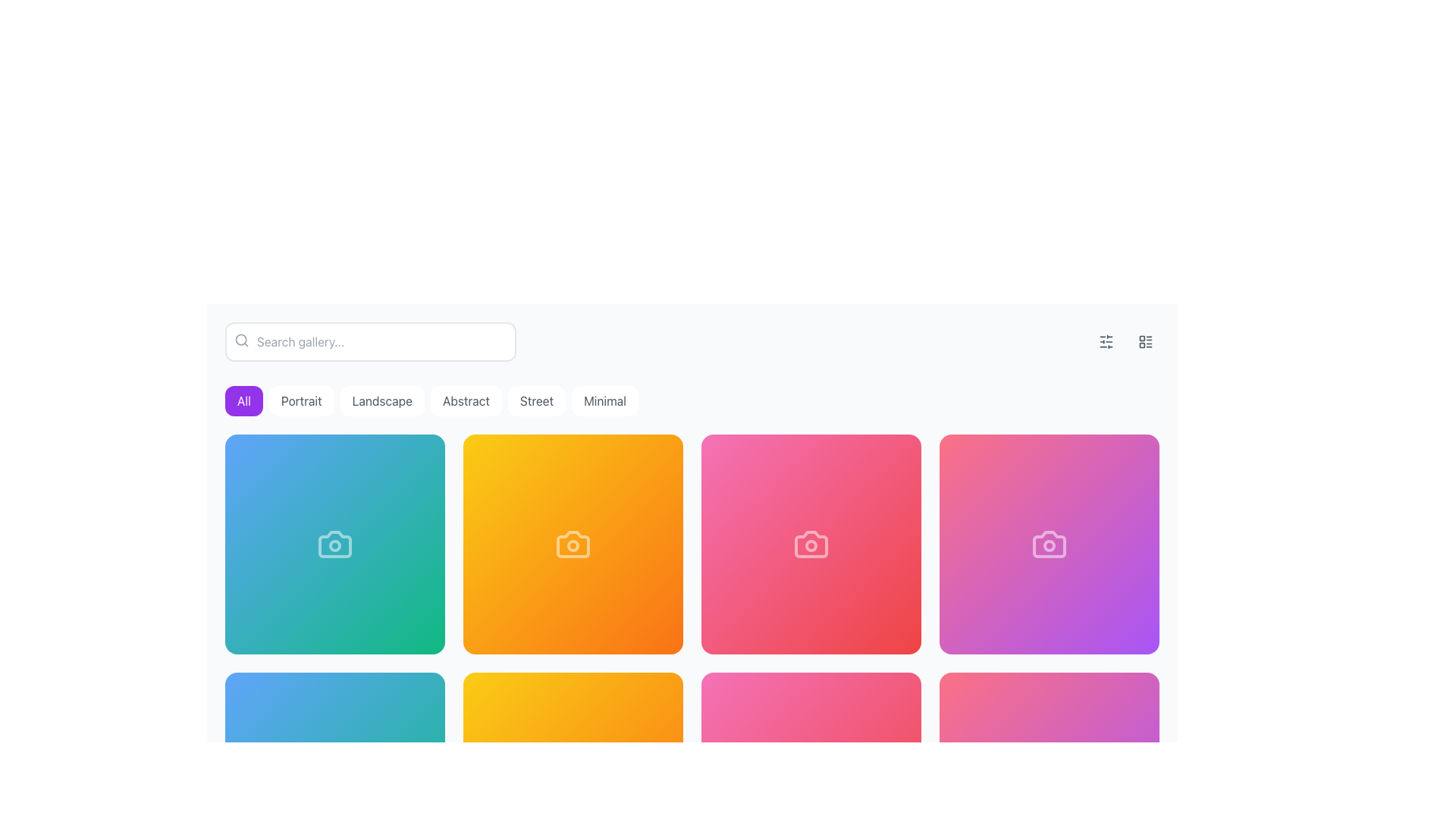 The height and width of the screenshot is (819, 1456). What do you see at coordinates (301, 400) in the screenshot?
I see `the 'Portrait' button, which is the second button in a horizontal group of six buttons` at bounding box center [301, 400].